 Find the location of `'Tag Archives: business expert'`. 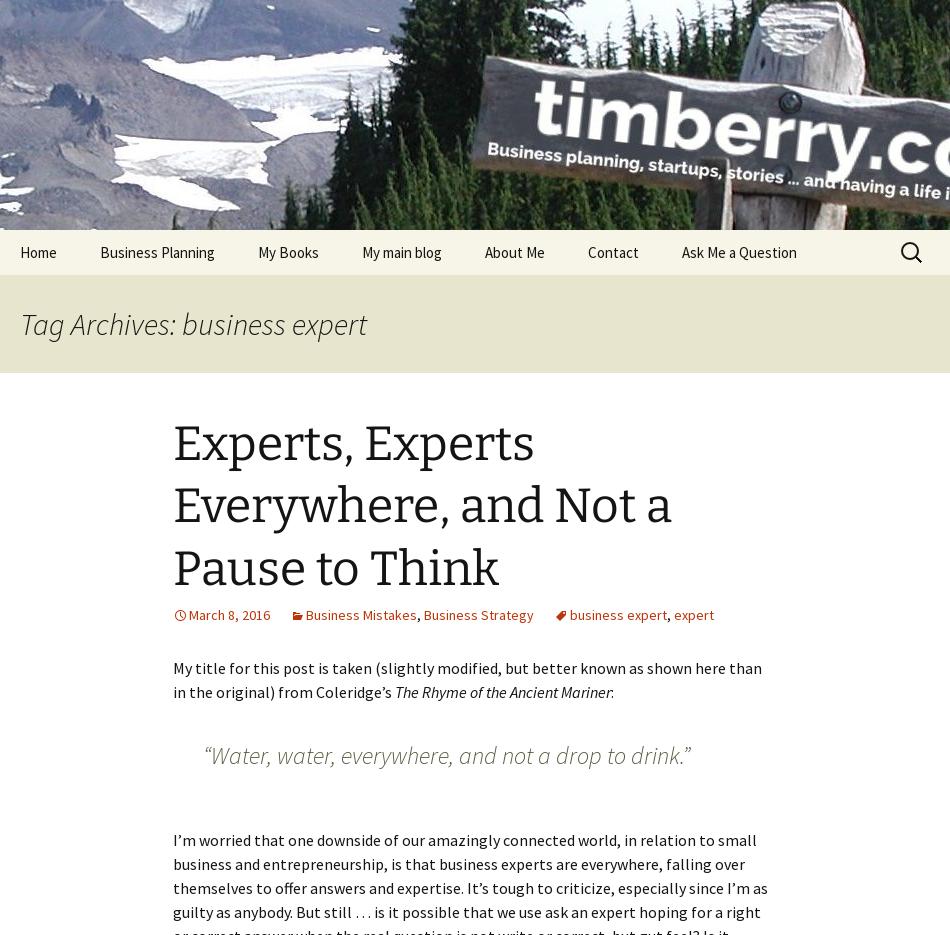

'Tag Archives: business expert' is located at coordinates (20, 323).